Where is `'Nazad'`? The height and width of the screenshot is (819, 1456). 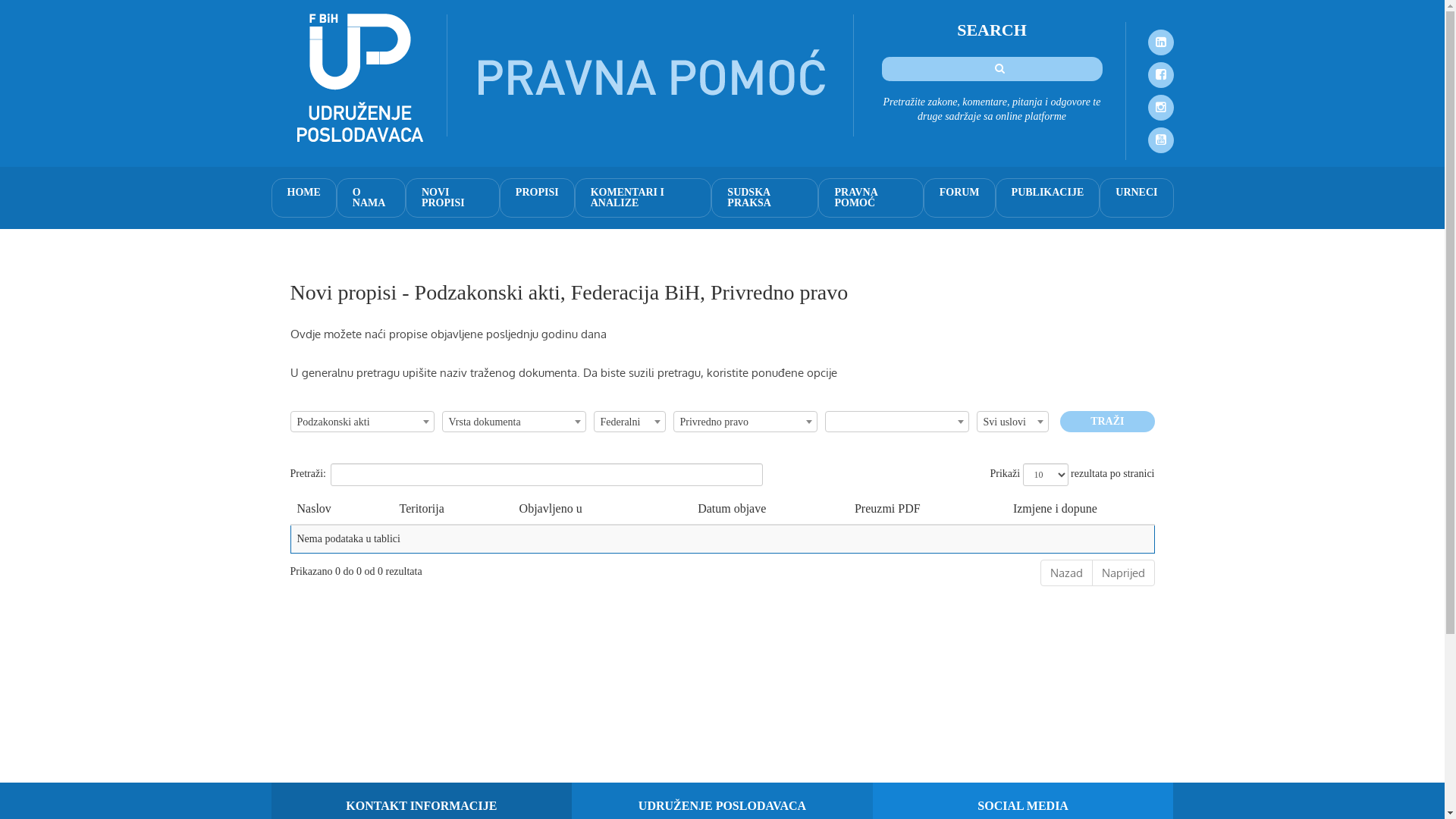 'Nazad' is located at coordinates (1065, 573).